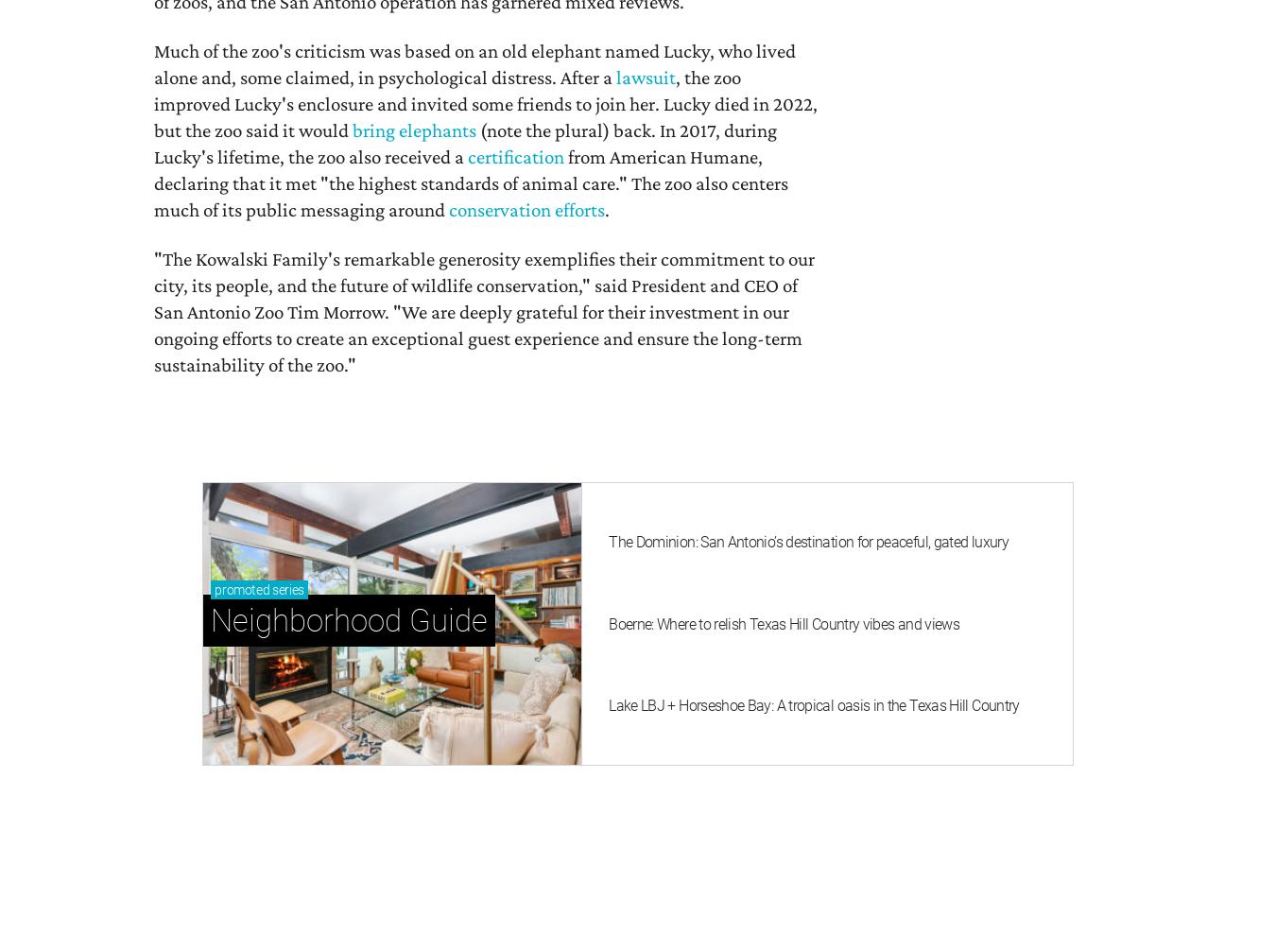 The width and height of the screenshot is (1276, 952). Describe the element at coordinates (514, 156) in the screenshot. I see `'certification'` at that location.